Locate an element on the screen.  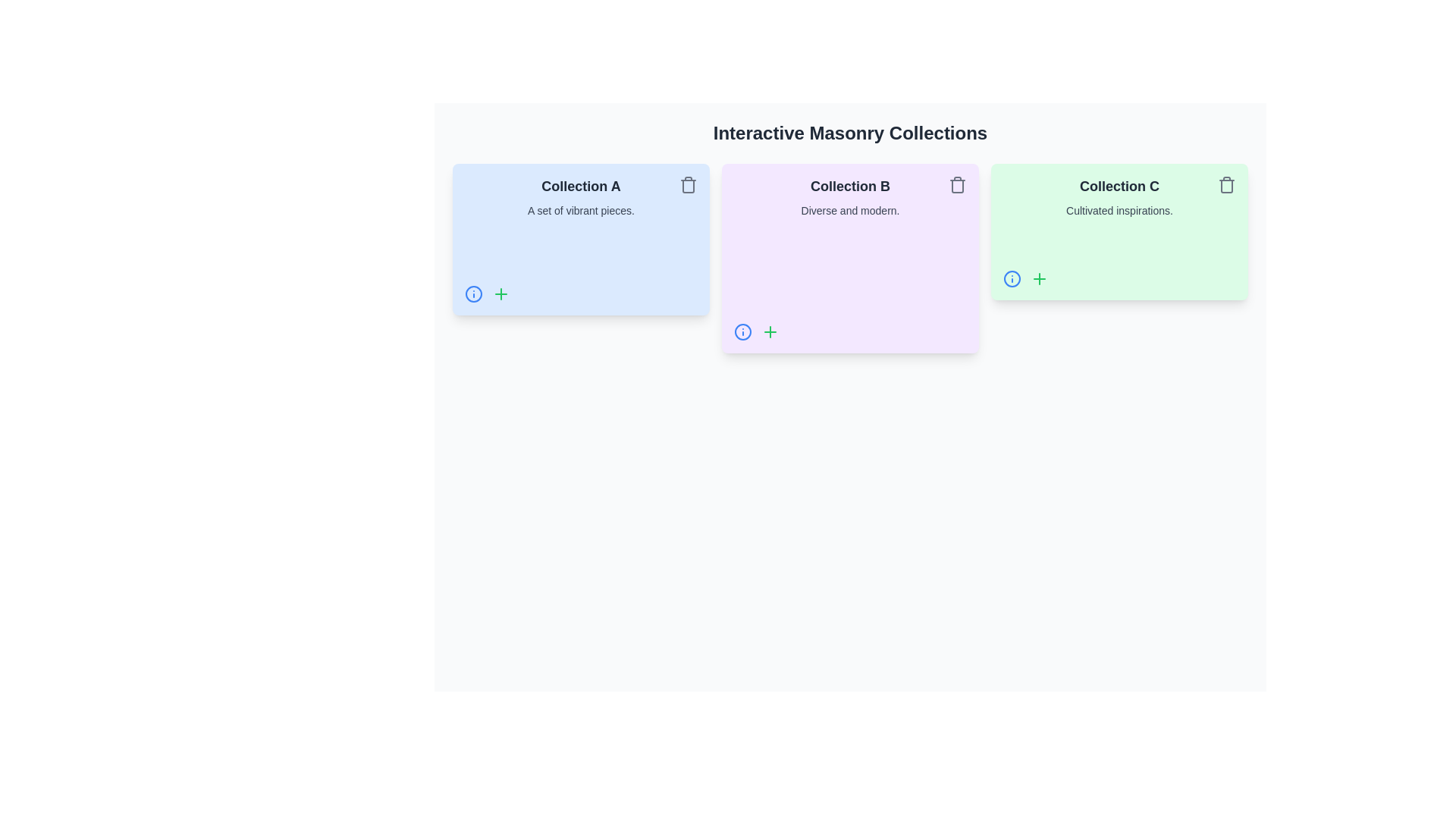
the static text element that serves as a title or label in the second card of a horizontal layout of three cards on the page is located at coordinates (850, 186).